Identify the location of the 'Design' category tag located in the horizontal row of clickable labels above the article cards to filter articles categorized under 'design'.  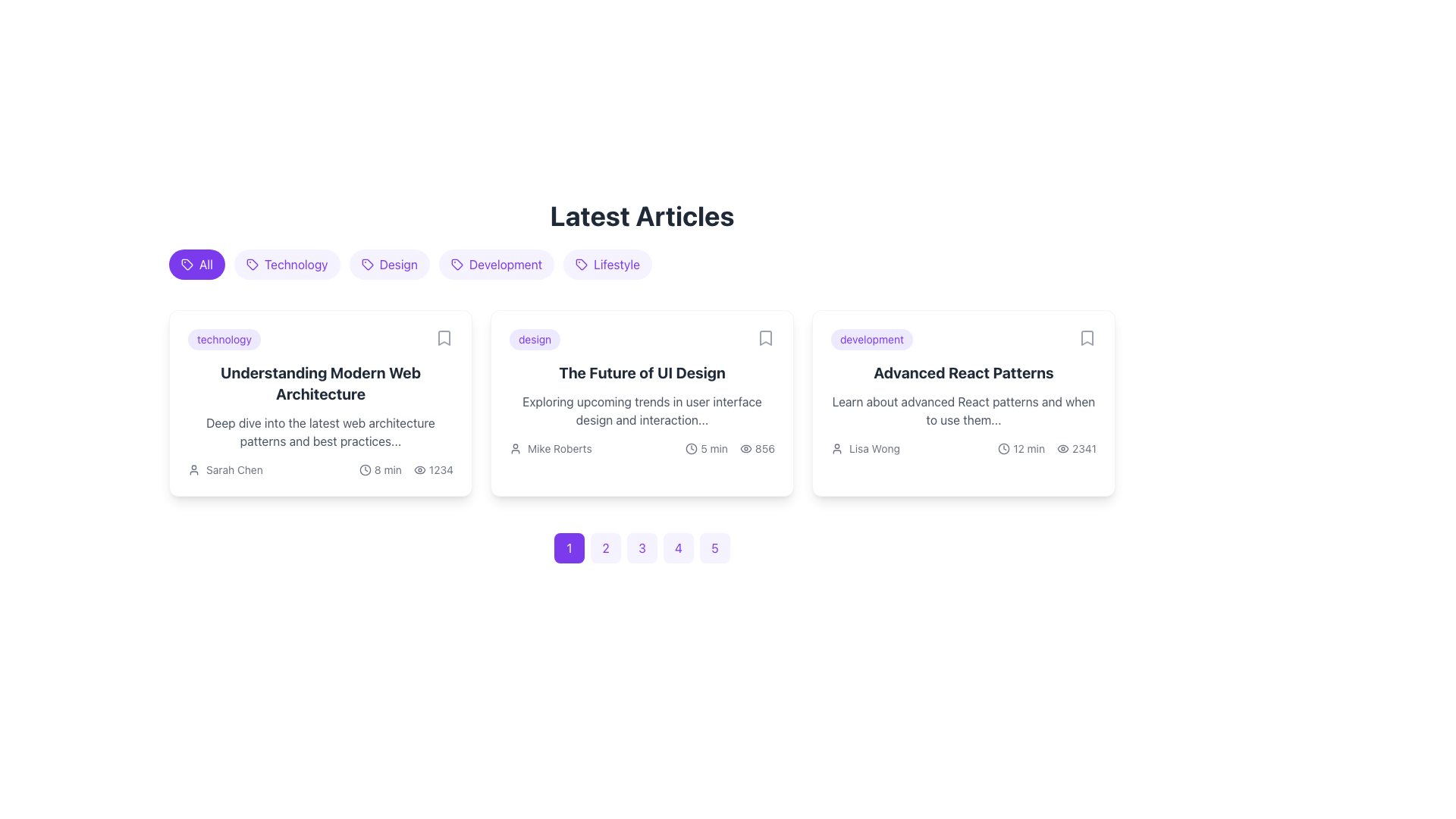
(398, 263).